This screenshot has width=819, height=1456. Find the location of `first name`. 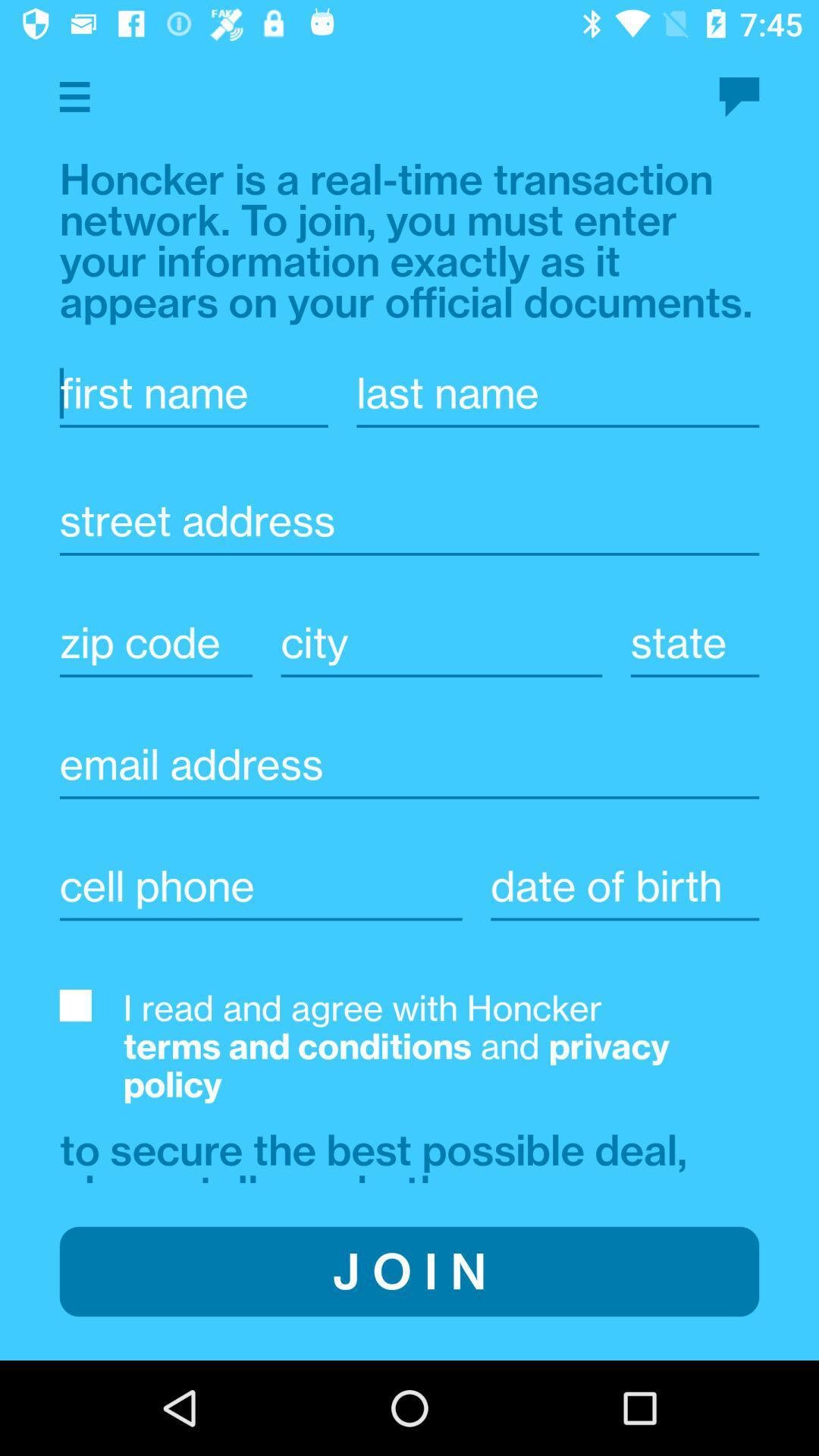

first name is located at coordinates (193, 393).